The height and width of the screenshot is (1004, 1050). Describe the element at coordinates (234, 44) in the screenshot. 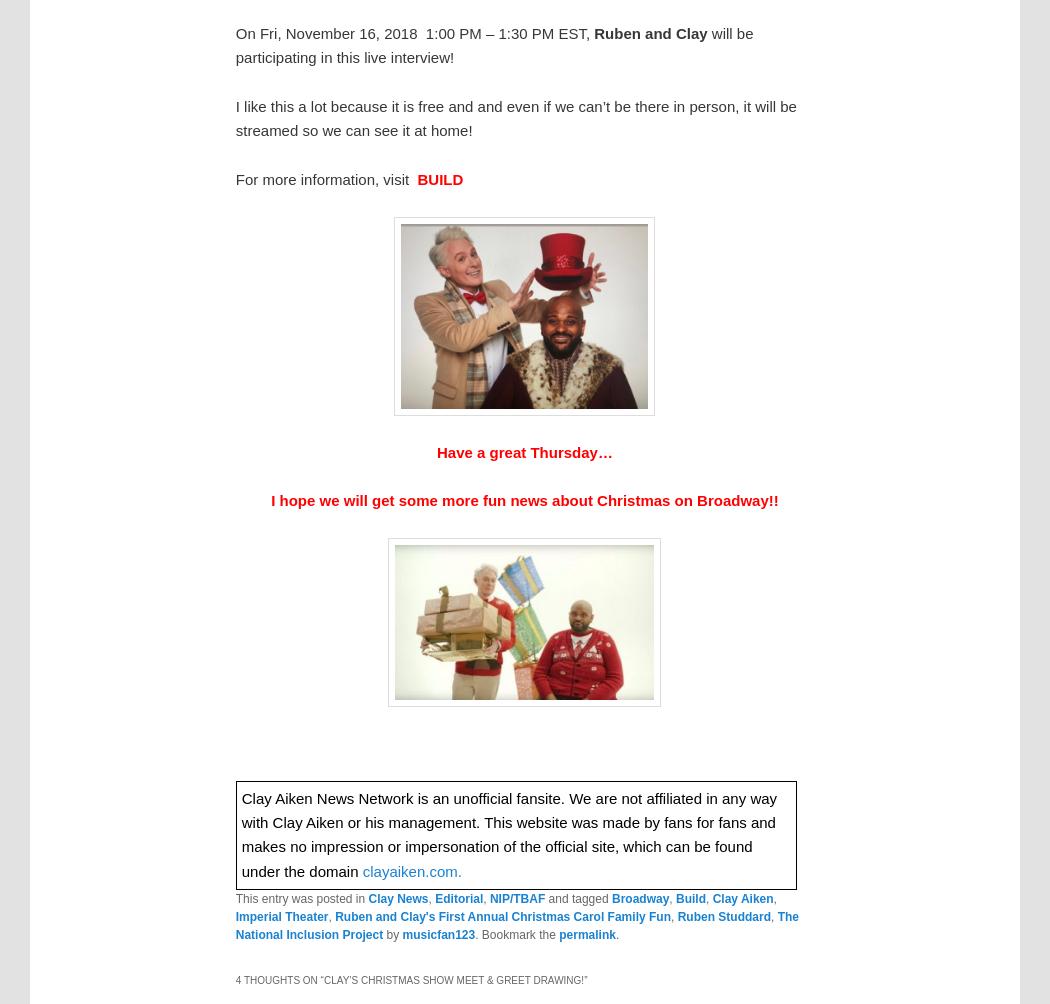

I see `'will be participating in this live interview!'` at that location.